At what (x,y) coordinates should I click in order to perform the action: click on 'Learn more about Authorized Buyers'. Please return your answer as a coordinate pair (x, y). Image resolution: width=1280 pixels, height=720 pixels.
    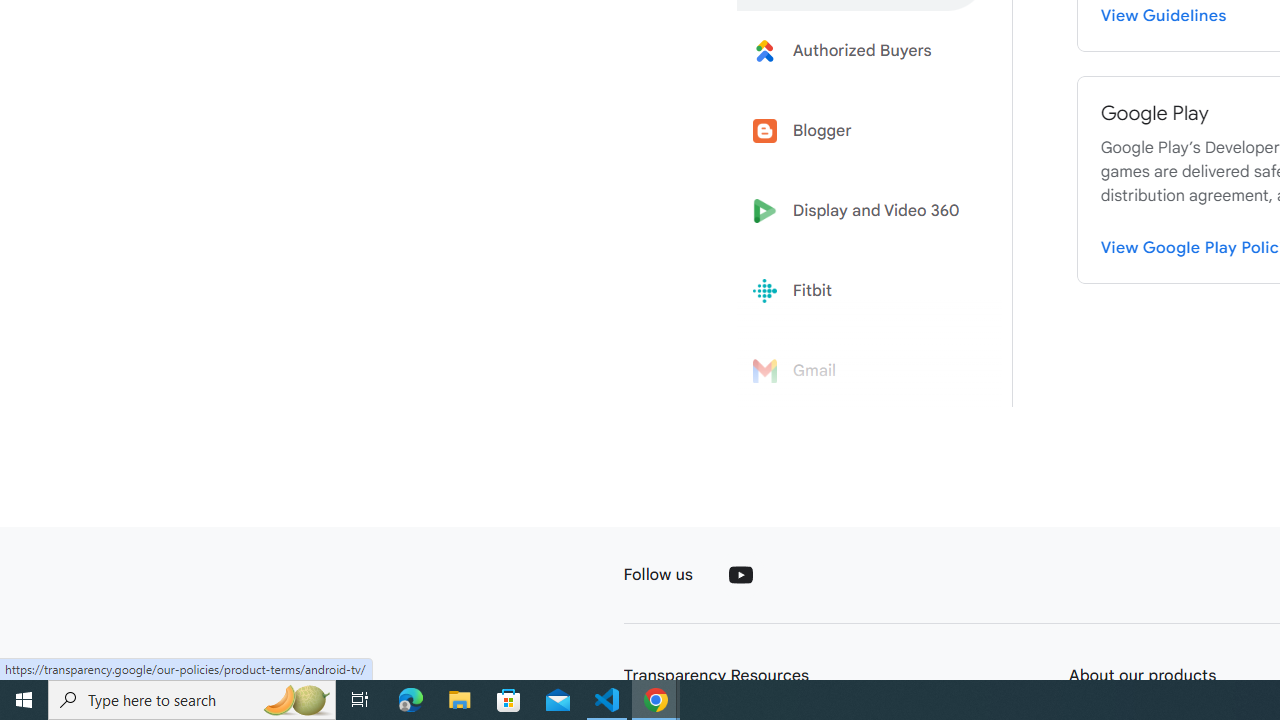
    Looking at the image, I should click on (862, 49).